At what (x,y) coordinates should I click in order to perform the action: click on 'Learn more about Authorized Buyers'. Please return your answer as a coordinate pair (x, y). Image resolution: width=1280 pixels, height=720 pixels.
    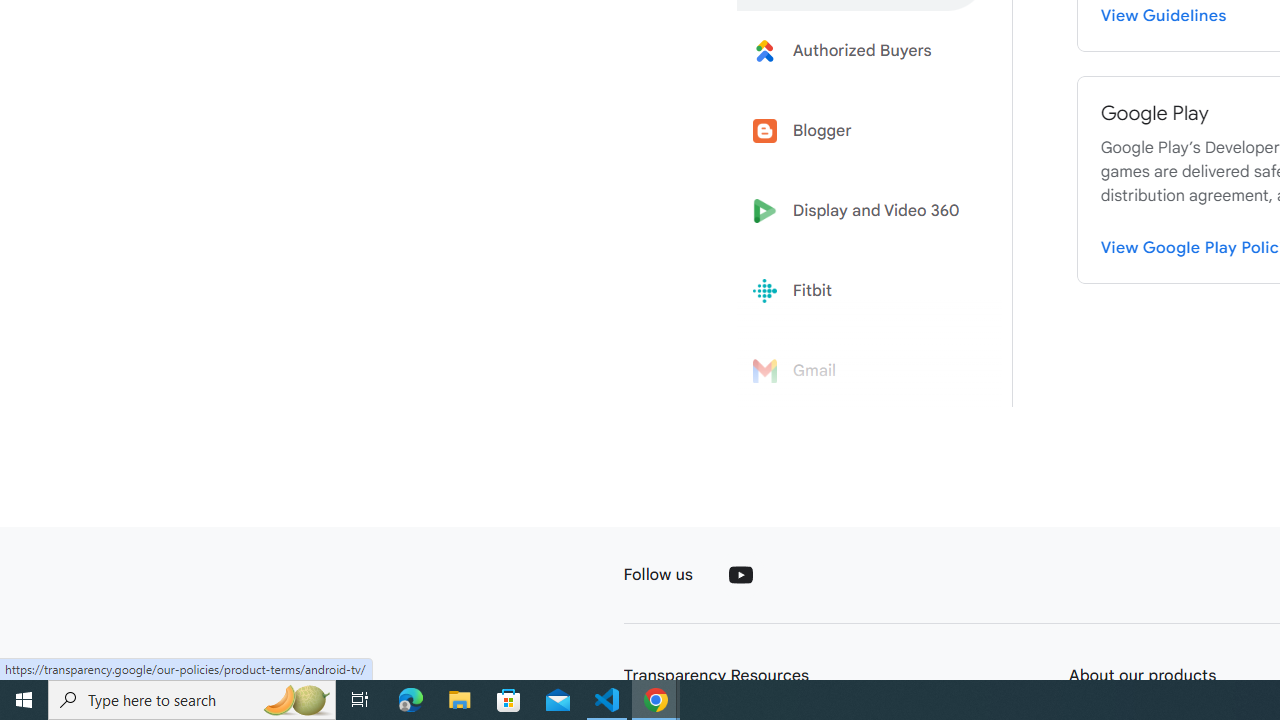
    Looking at the image, I should click on (862, 49).